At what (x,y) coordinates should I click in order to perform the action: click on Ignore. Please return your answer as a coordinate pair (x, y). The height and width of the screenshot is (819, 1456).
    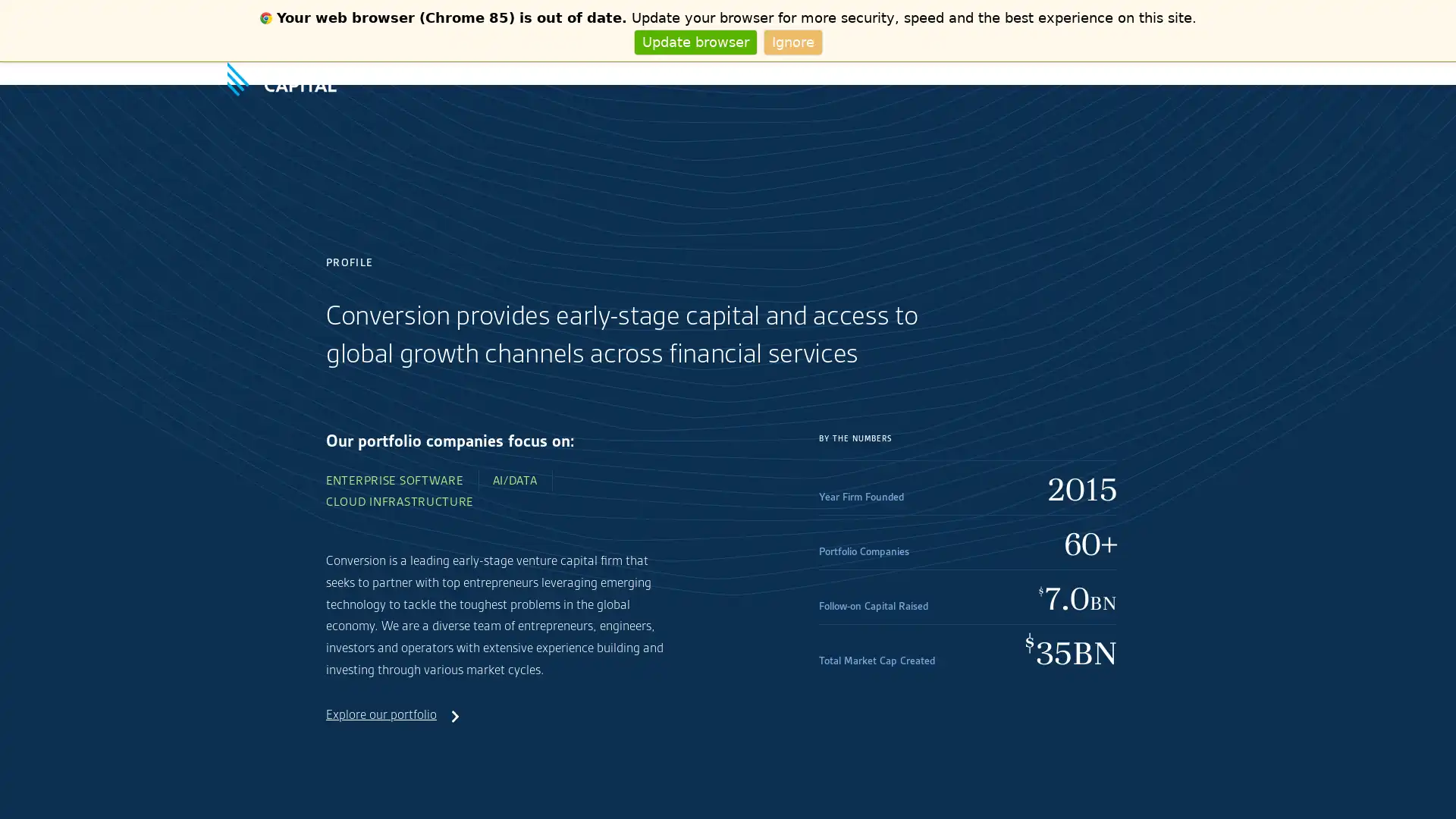
    Looking at the image, I should click on (792, 41).